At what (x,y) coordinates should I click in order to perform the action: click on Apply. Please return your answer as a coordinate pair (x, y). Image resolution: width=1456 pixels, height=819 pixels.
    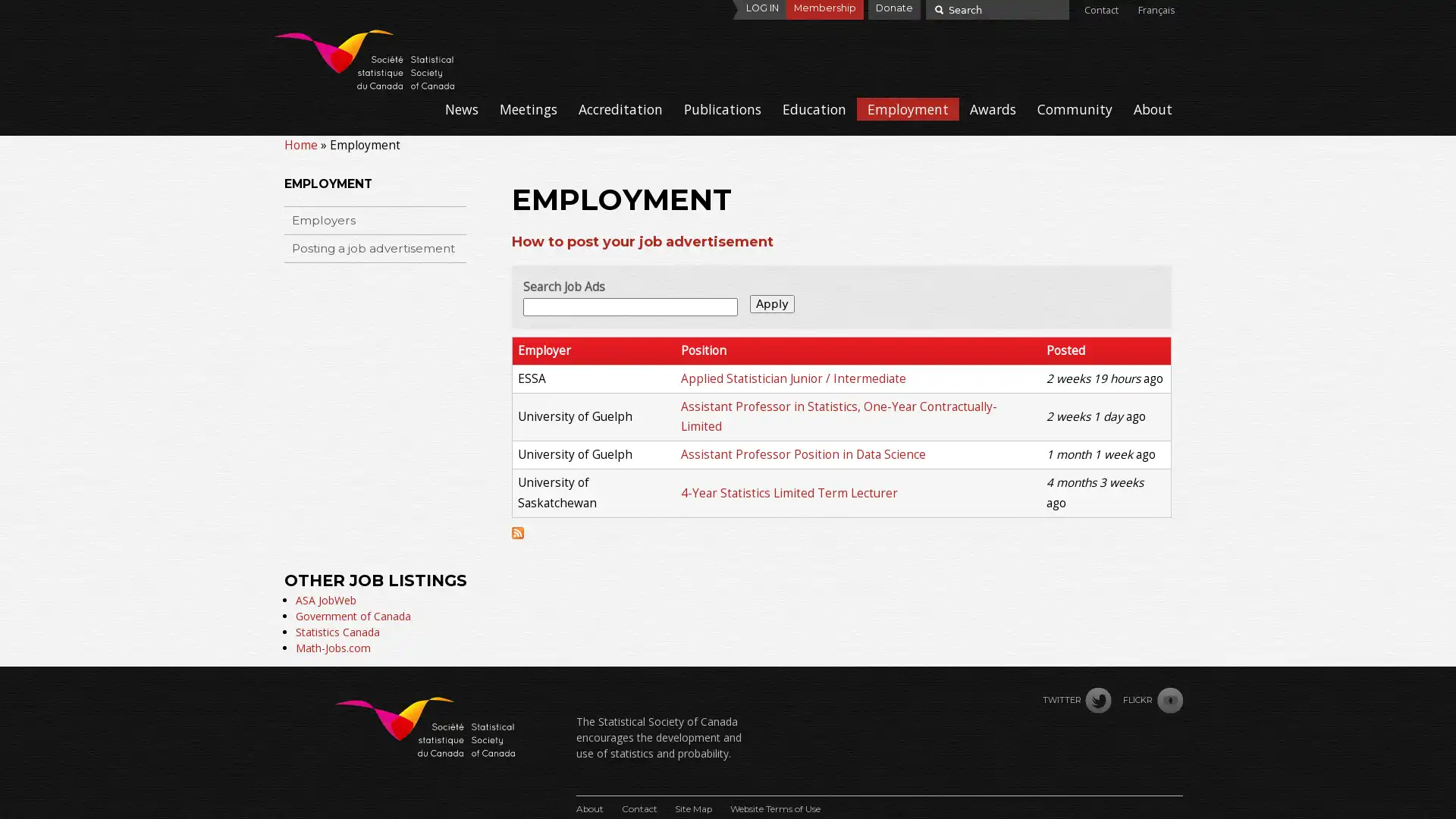
    Looking at the image, I should click on (771, 303).